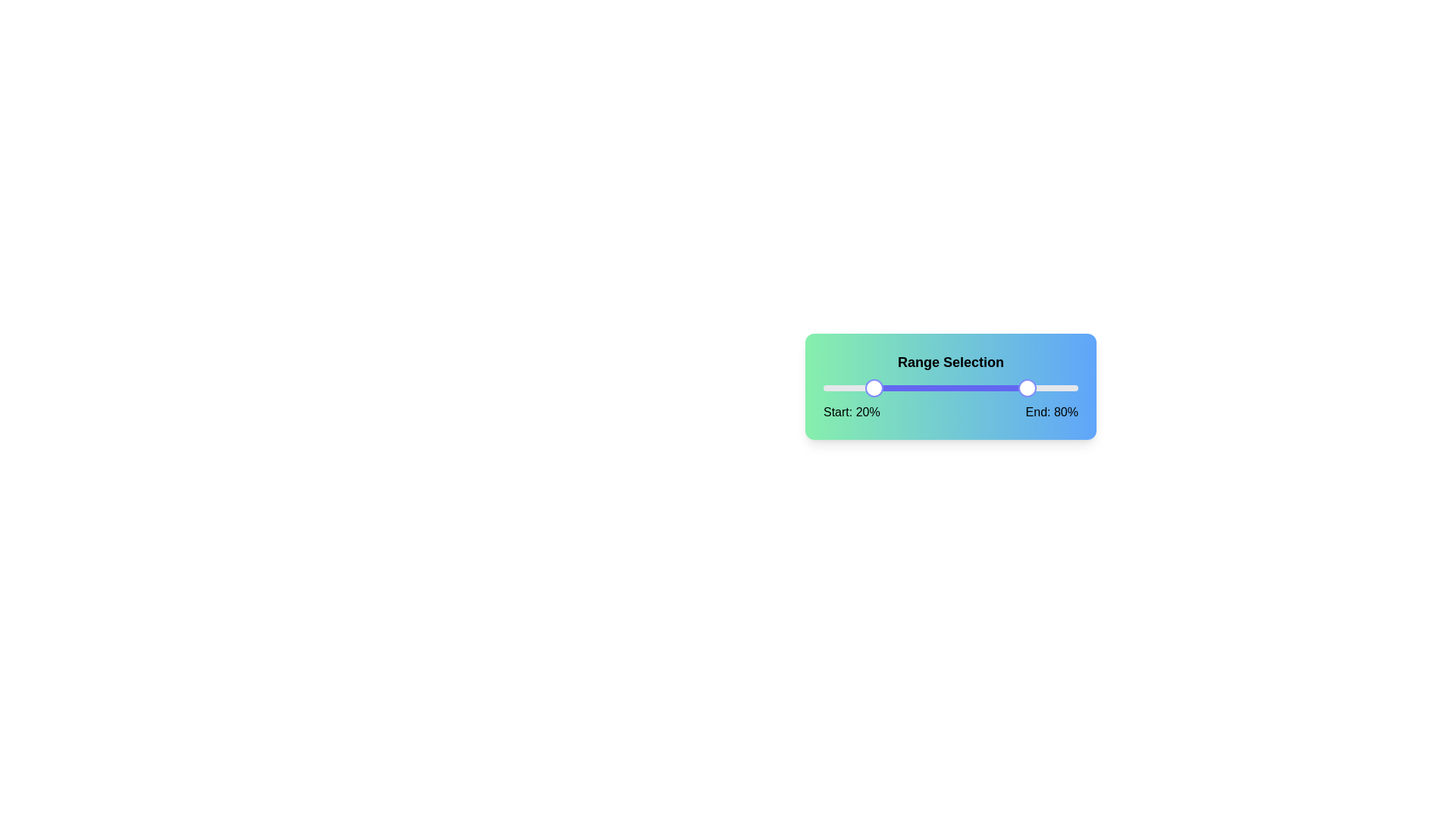 This screenshot has height=819, width=1456. I want to click on the end value of the range slider, so click(979, 388).